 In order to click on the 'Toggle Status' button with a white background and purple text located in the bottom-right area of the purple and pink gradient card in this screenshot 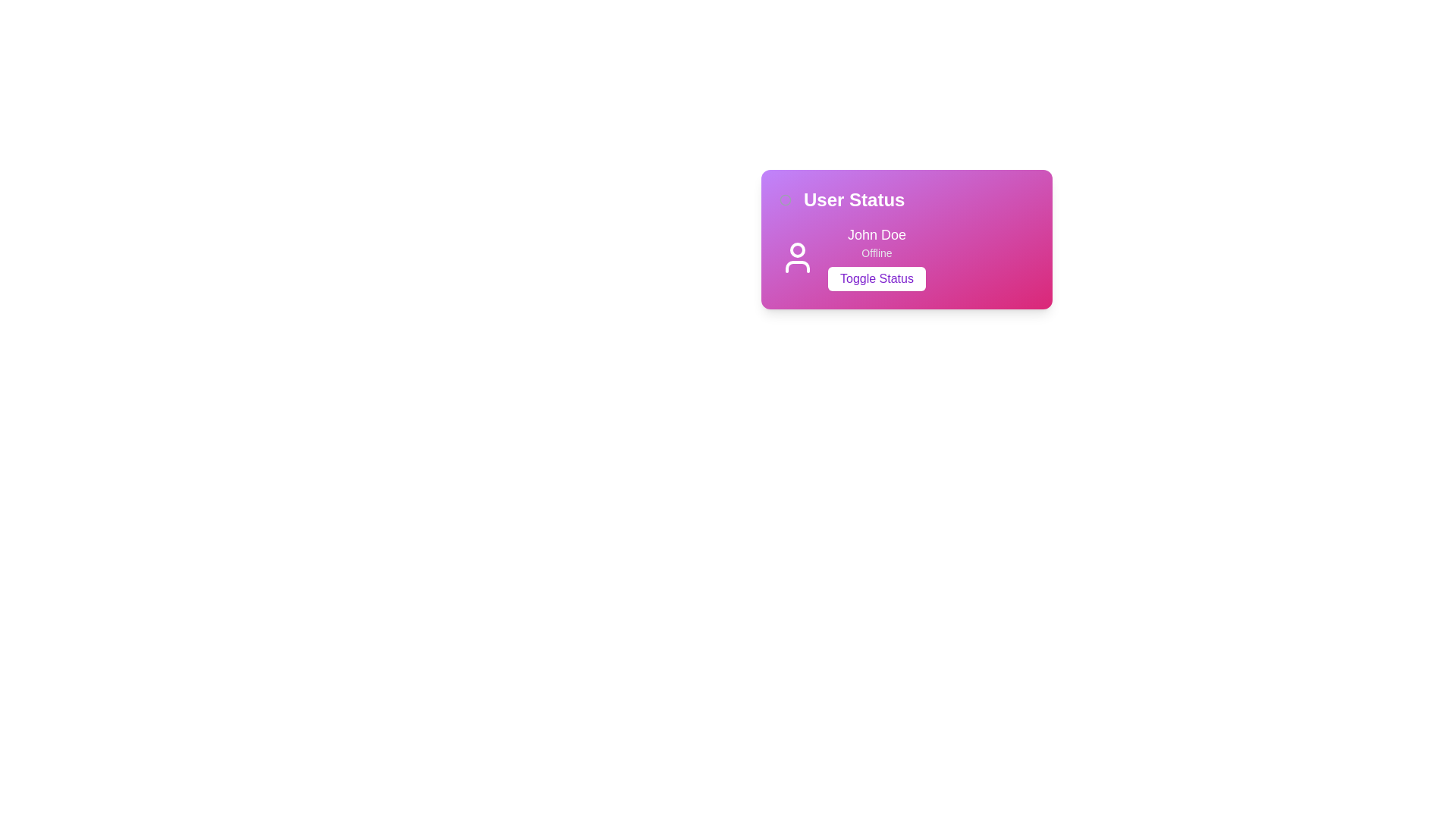, I will do `click(877, 278)`.